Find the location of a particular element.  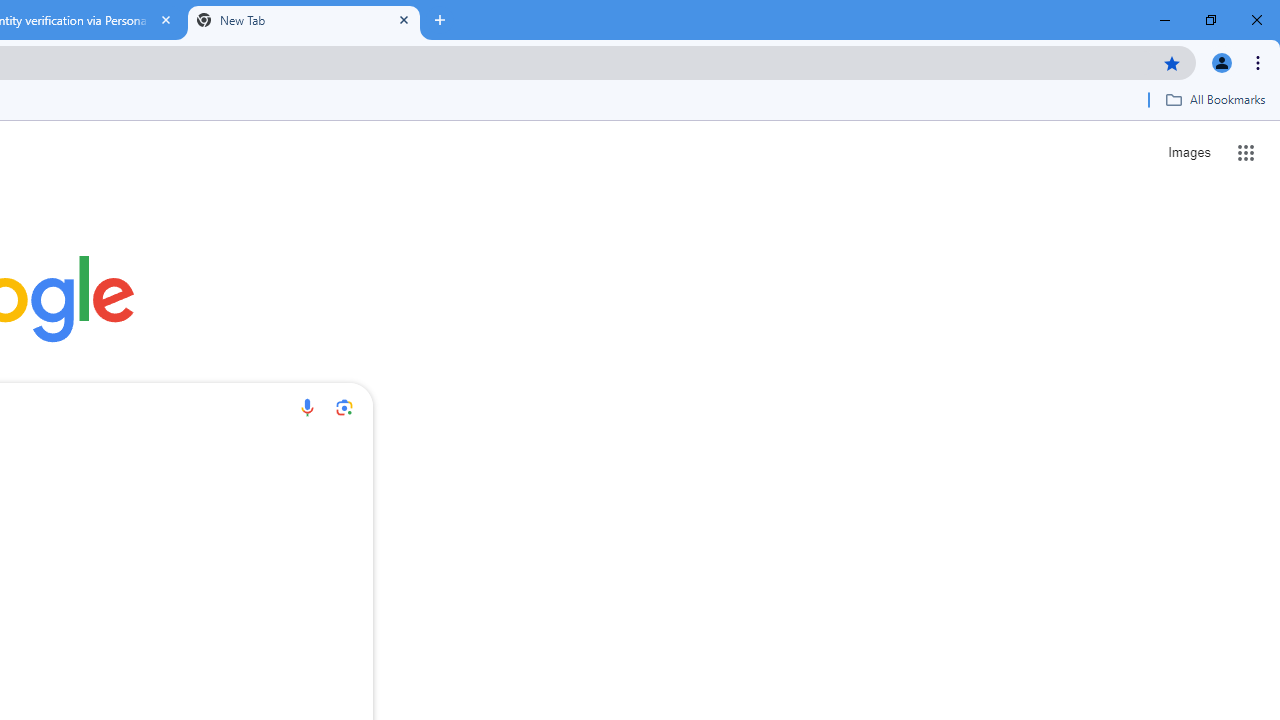

'All Bookmarks' is located at coordinates (1214, 99).